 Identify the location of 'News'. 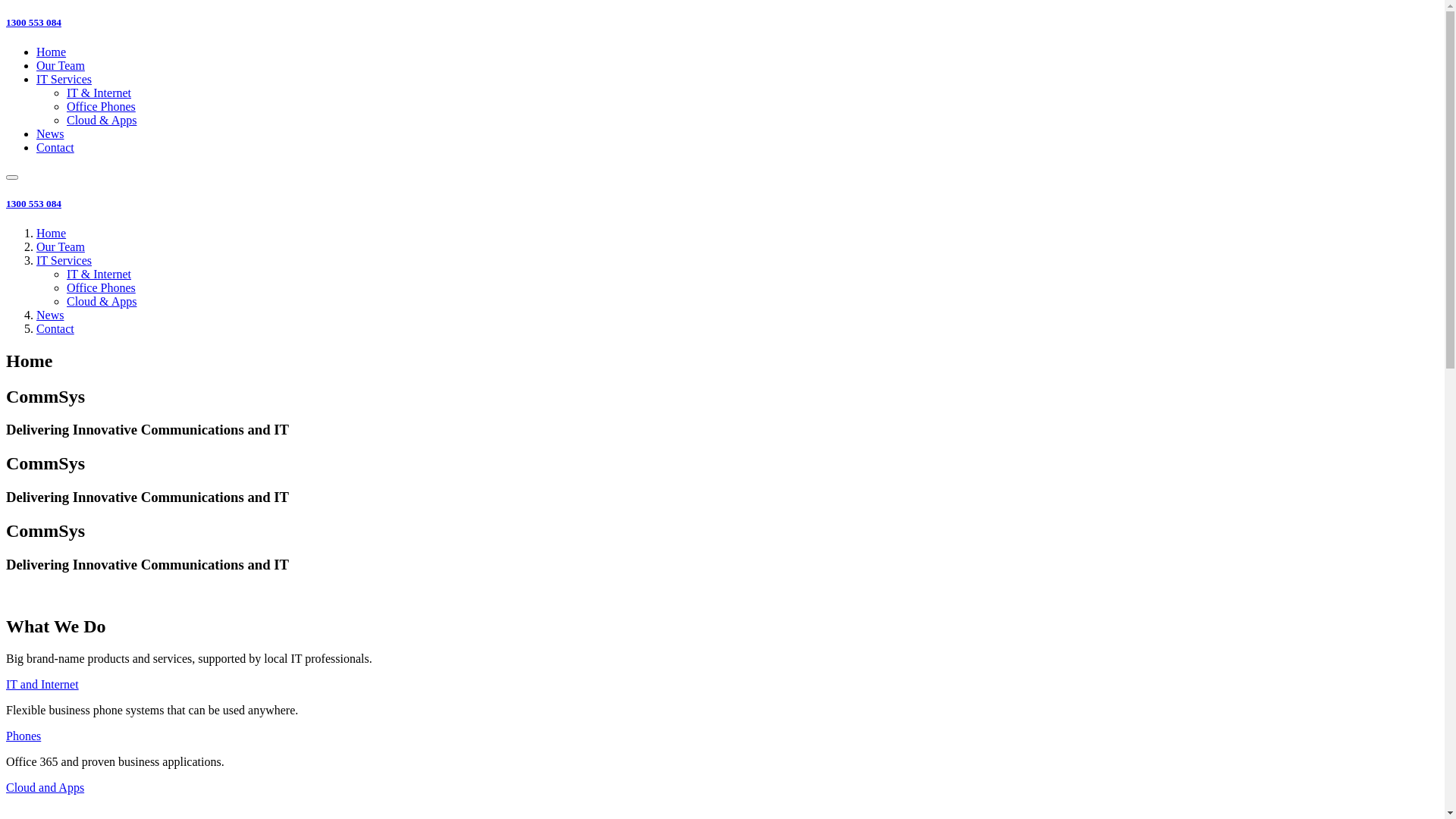
(50, 314).